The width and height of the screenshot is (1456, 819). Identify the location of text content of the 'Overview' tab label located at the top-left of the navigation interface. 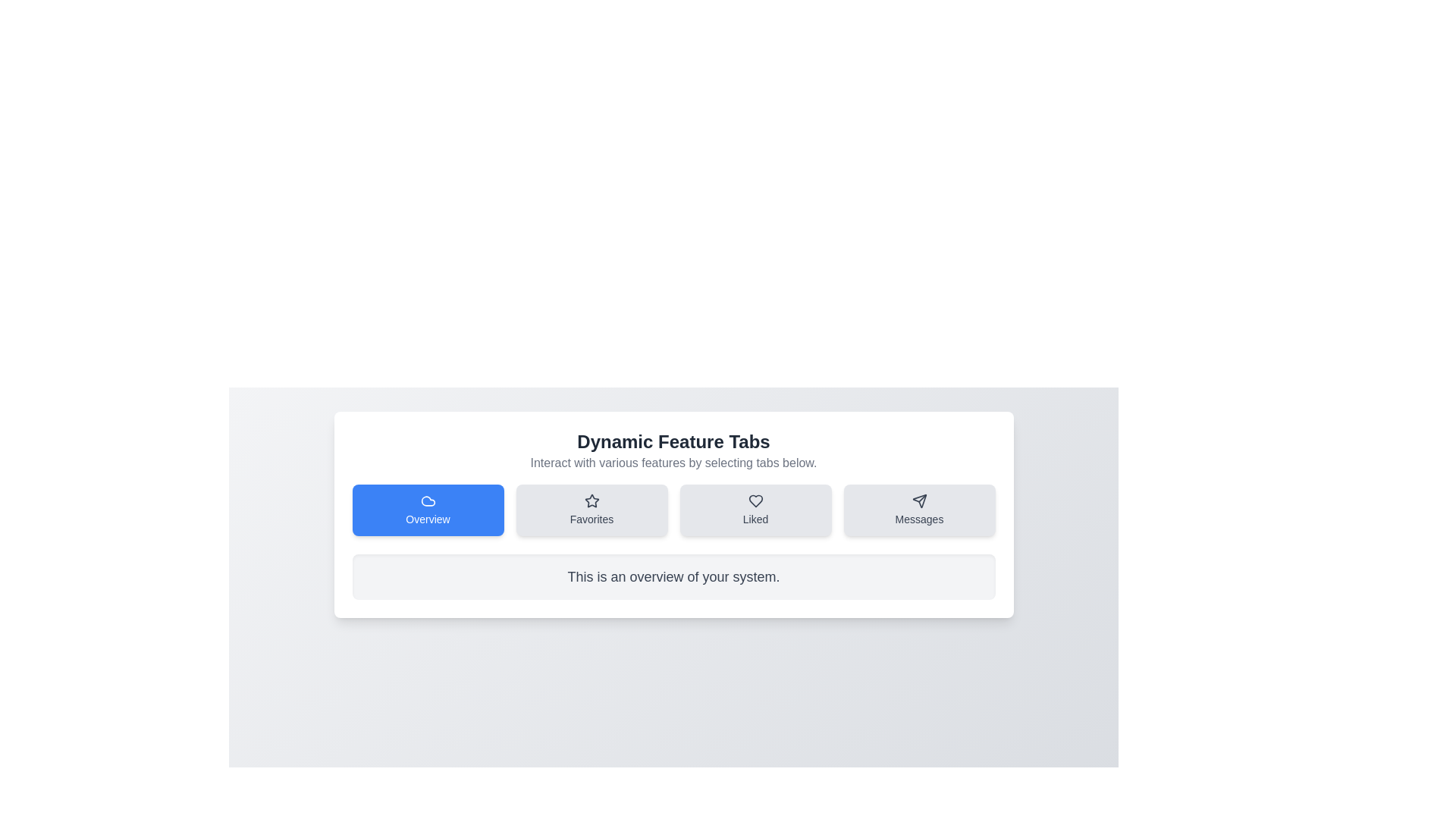
(427, 519).